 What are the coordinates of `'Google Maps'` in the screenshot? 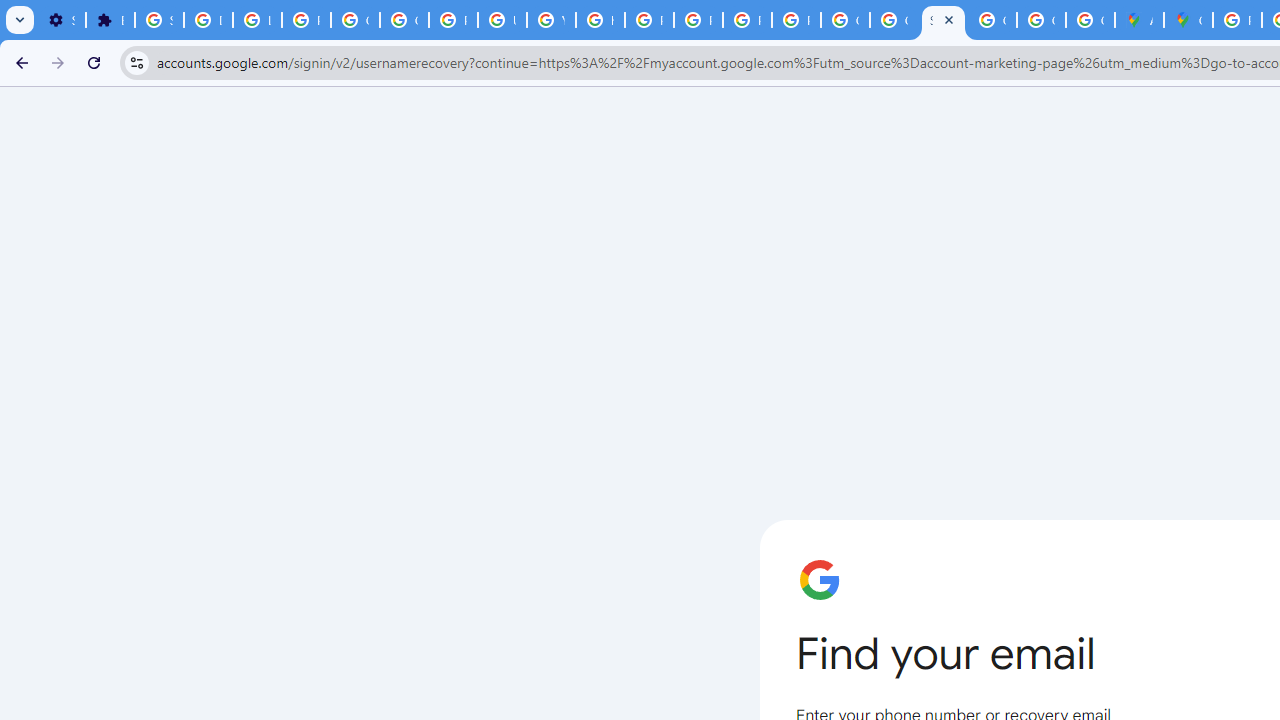 It's located at (1188, 20).